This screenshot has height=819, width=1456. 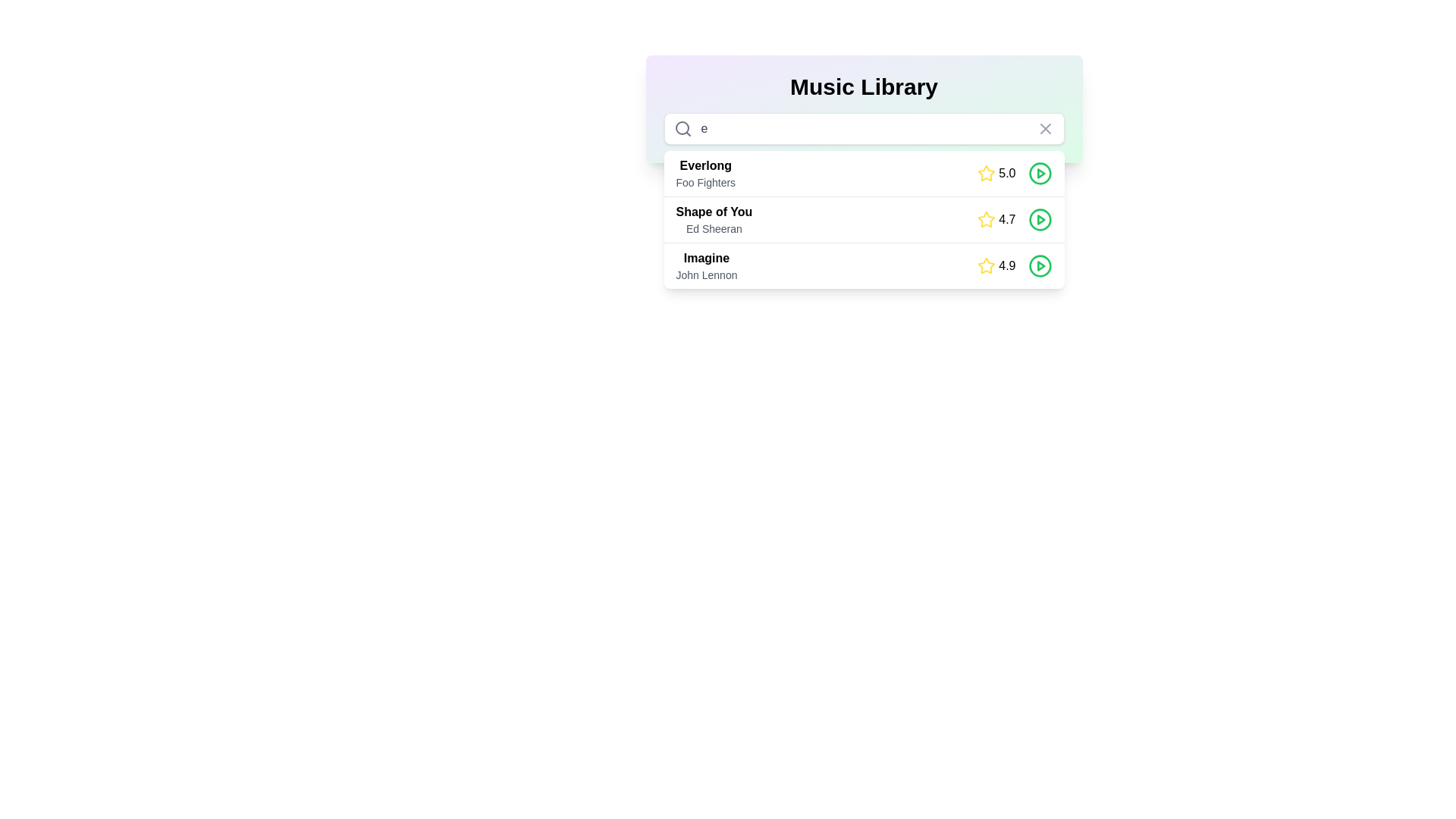 What do you see at coordinates (864, 265) in the screenshot?
I see `the third list item displaying media details and controls for a specific song in the music library, which includes information such as title, artist, and rating` at bounding box center [864, 265].